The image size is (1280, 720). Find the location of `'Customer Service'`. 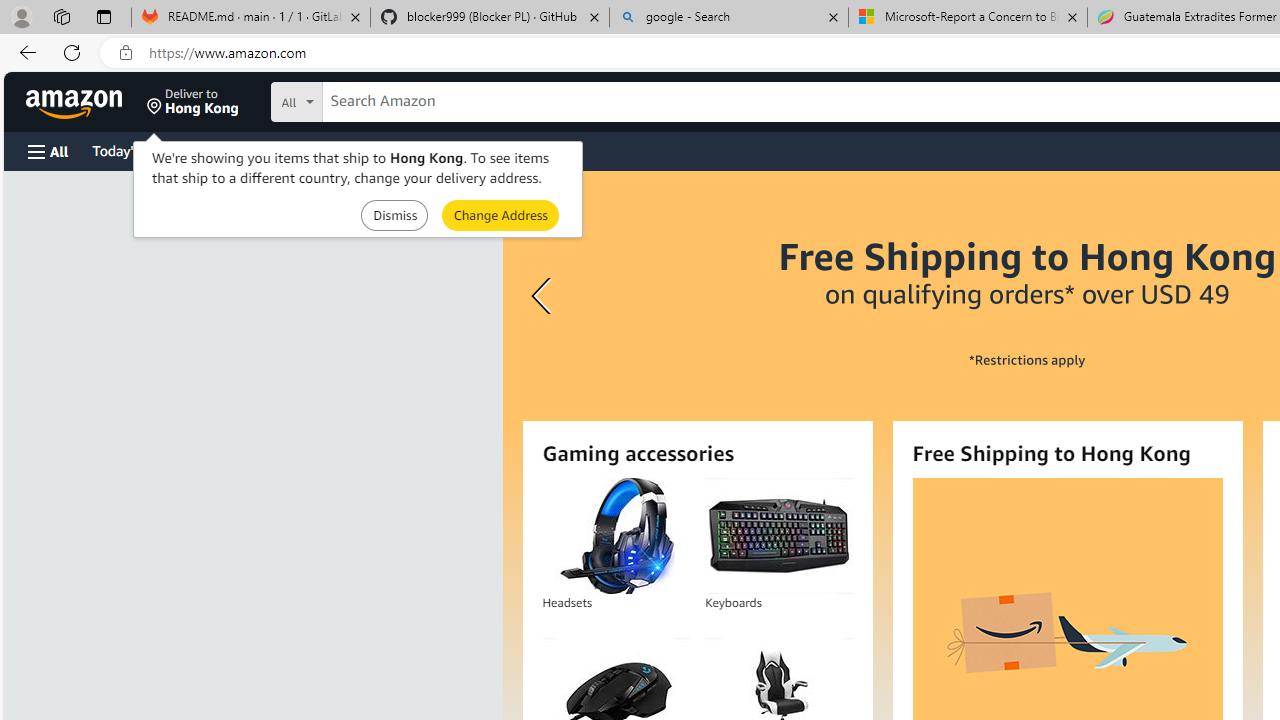

'Customer Service' is located at coordinates (255, 149).